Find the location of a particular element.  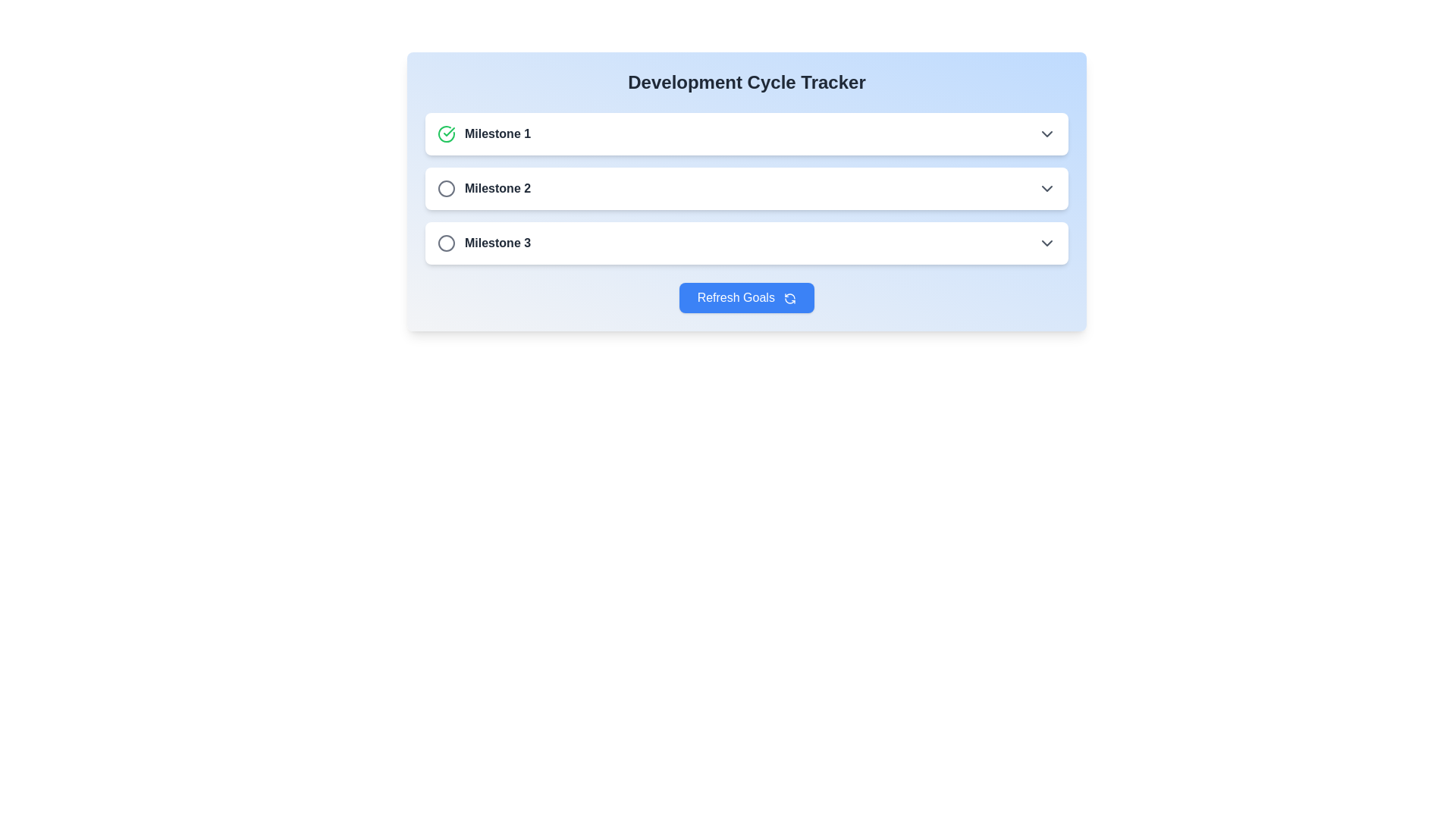

the dropdown toggle button located at the far-right of the 'Milestone 1' component for accessibility navigation is located at coordinates (1046, 133).